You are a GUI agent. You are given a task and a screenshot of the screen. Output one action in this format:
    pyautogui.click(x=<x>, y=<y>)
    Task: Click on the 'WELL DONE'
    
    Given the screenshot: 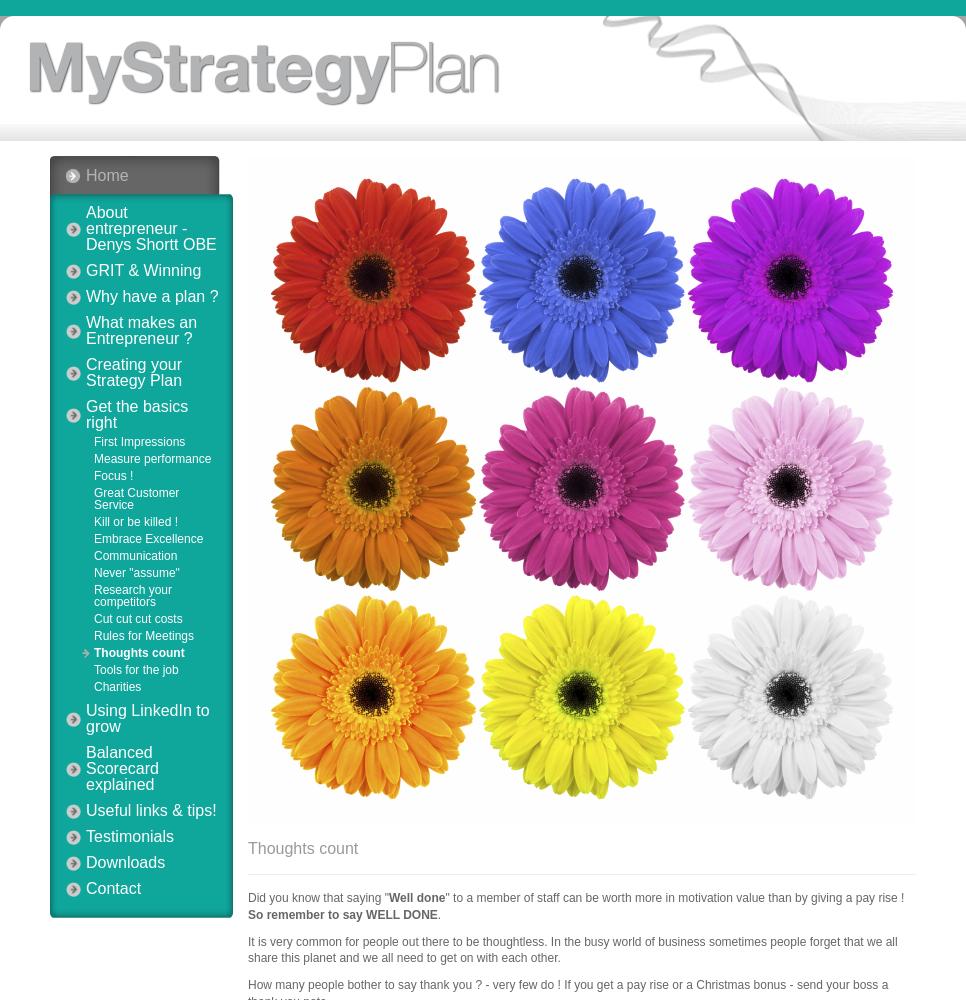 What is the action you would take?
    pyautogui.click(x=401, y=914)
    